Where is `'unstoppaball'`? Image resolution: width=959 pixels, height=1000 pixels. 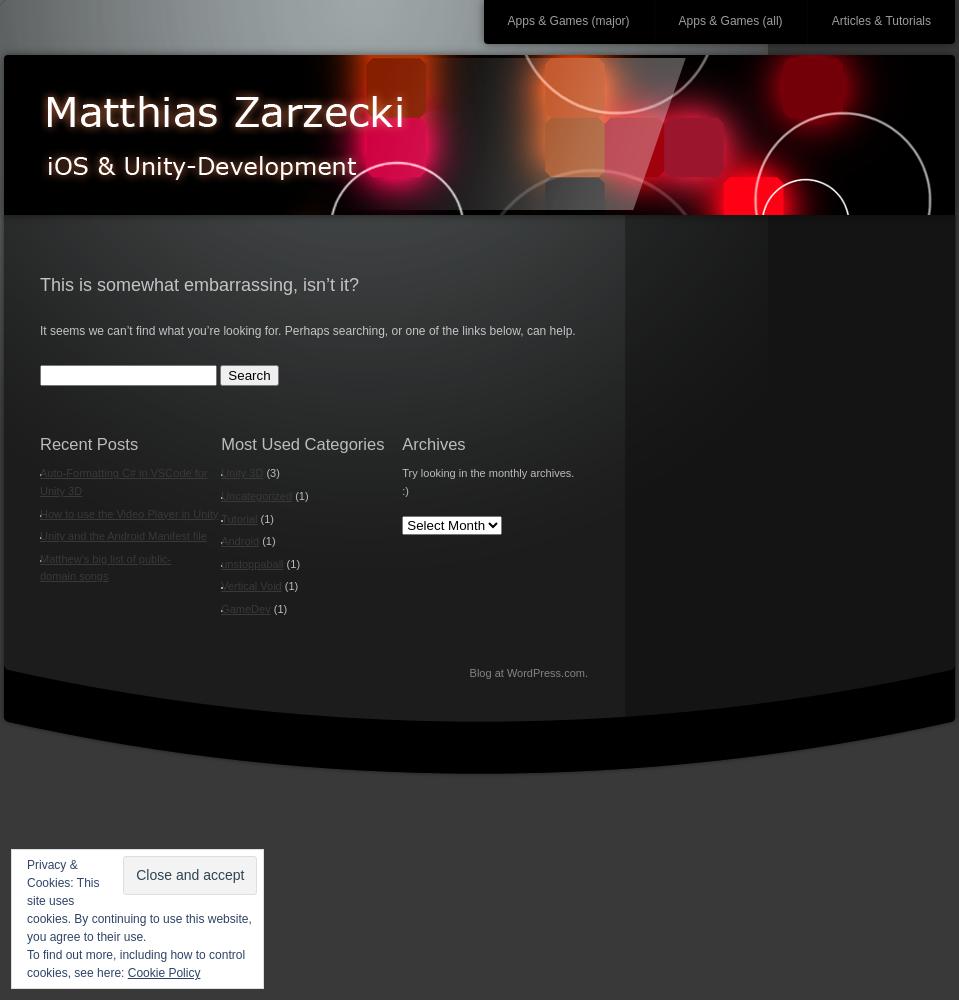 'unstoppaball' is located at coordinates (252, 562).